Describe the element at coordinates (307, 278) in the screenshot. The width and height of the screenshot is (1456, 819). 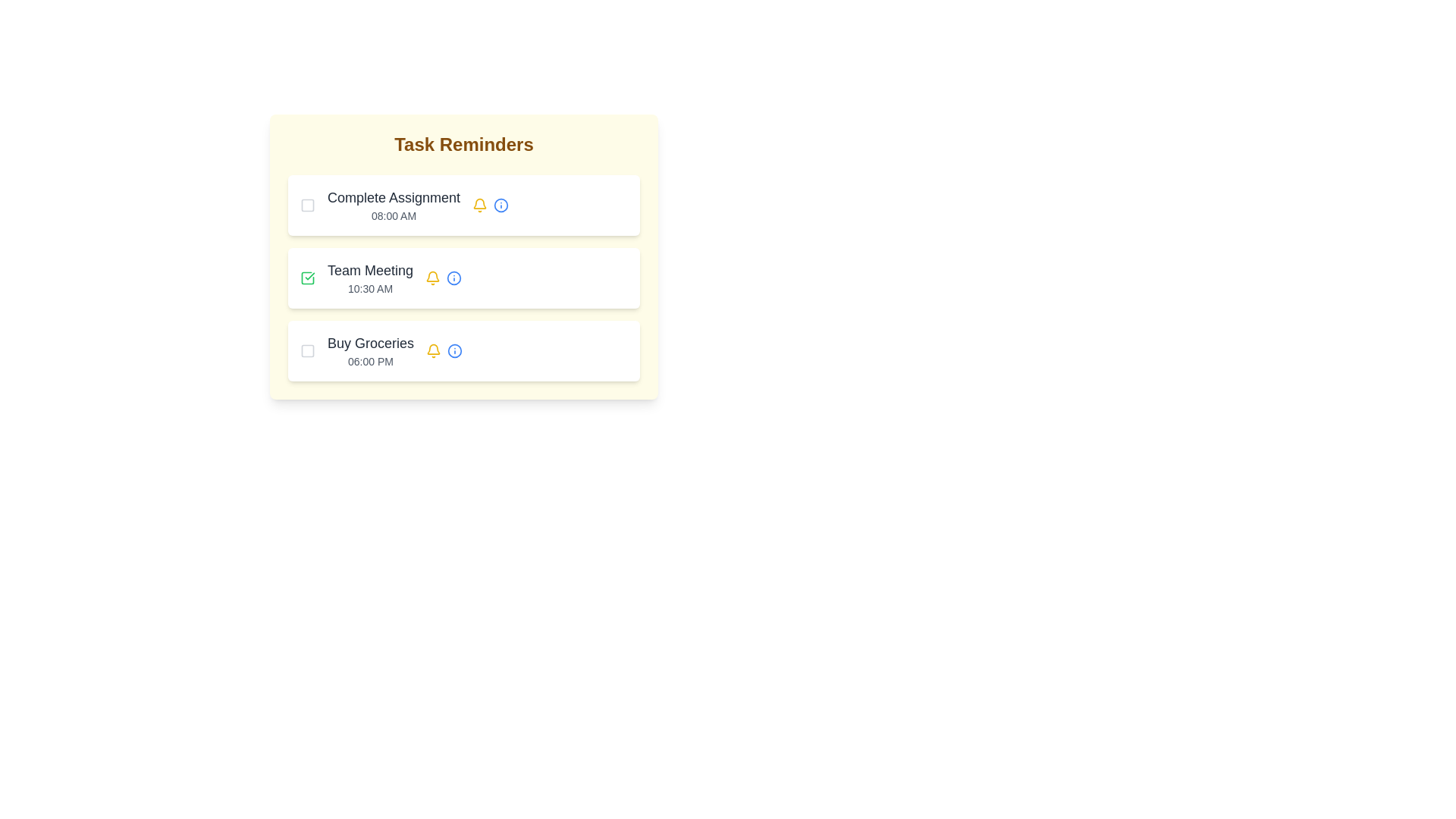
I see `the checkbox associated with the 'Team Meeting 10:30 AM' task` at that location.